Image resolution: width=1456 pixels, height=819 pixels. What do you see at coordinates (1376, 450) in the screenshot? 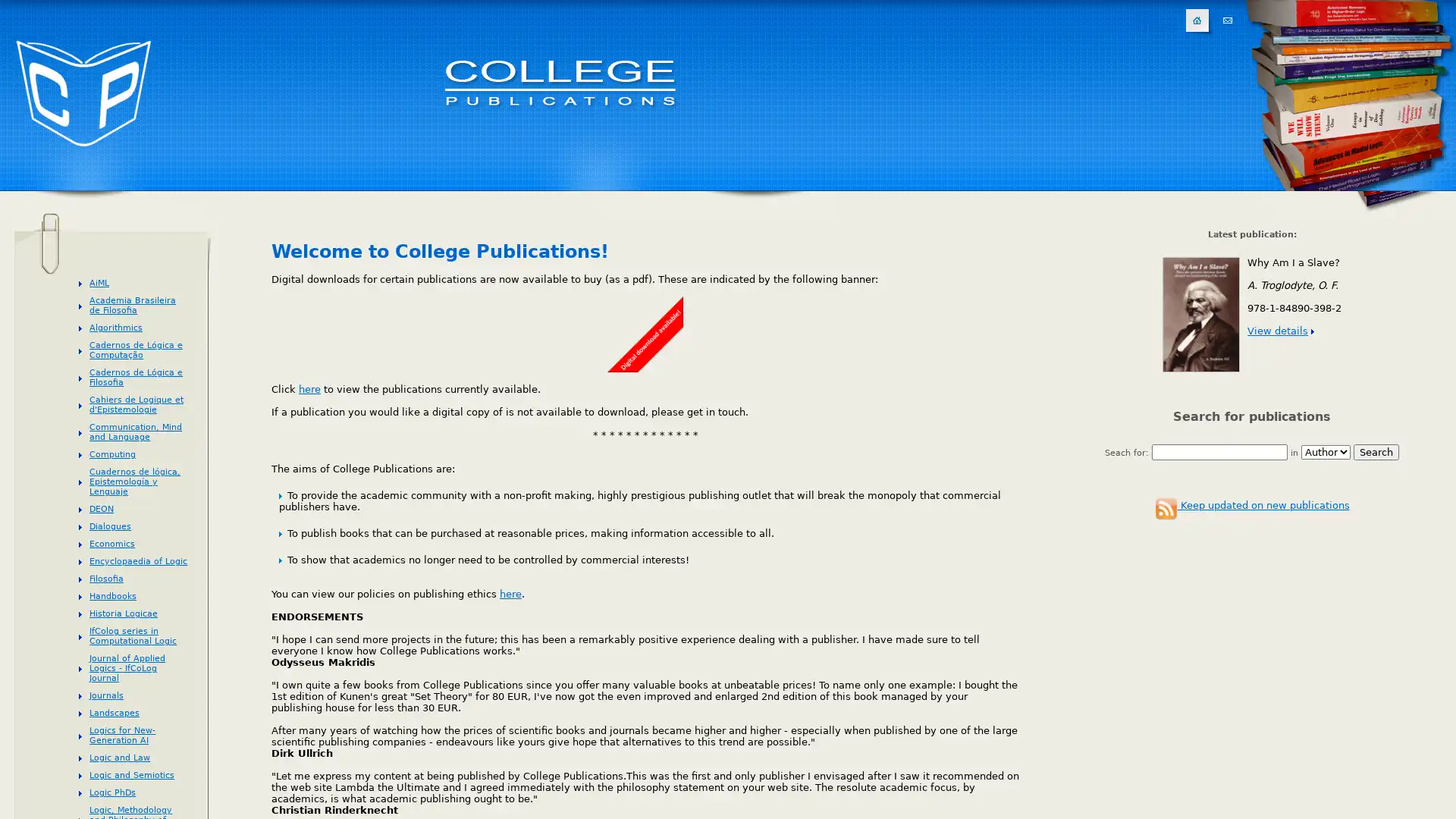
I see `Search` at bounding box center [1376, 450].